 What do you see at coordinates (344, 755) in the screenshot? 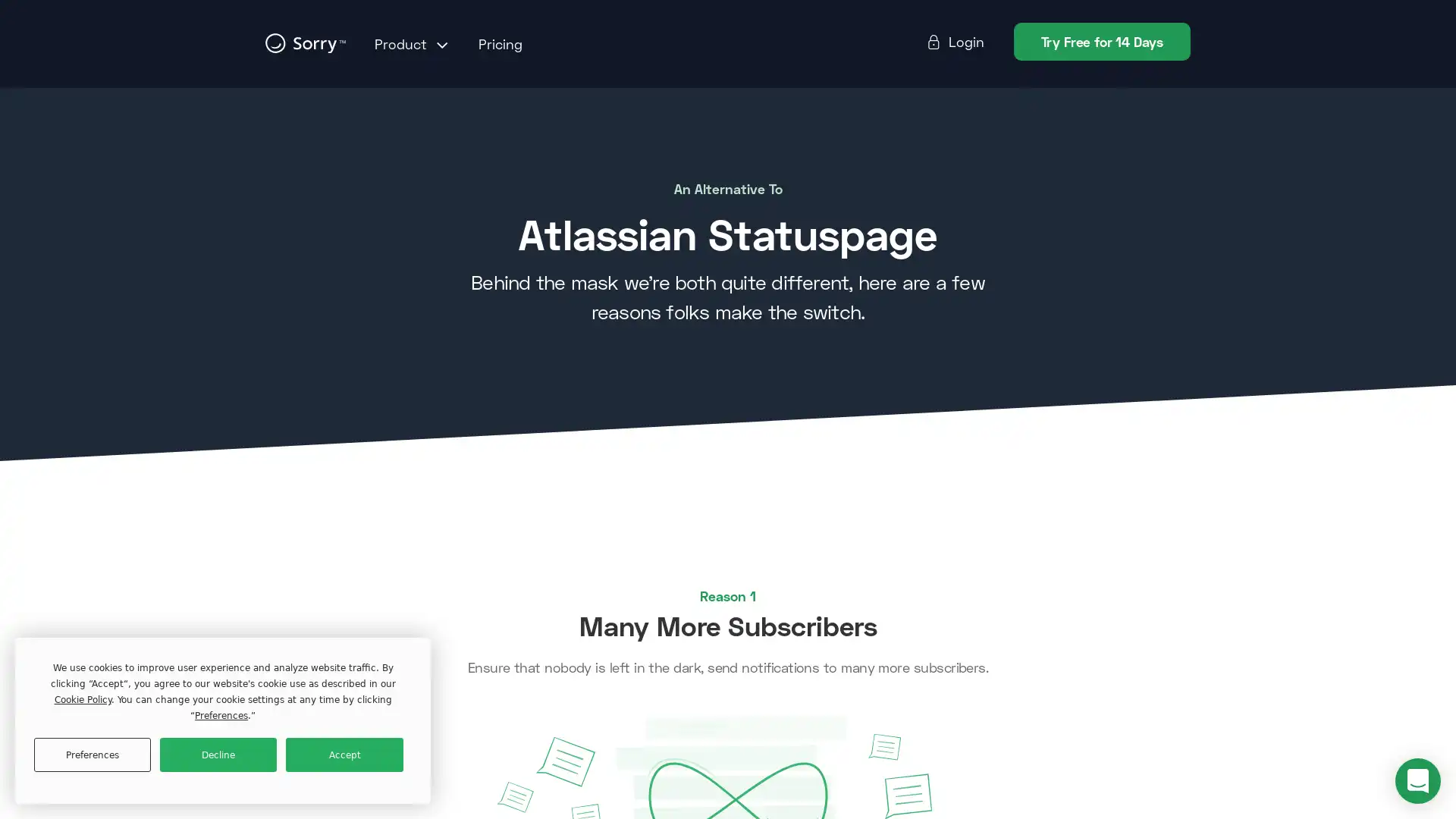
I see `Accept` at bounding box center [344, 755].